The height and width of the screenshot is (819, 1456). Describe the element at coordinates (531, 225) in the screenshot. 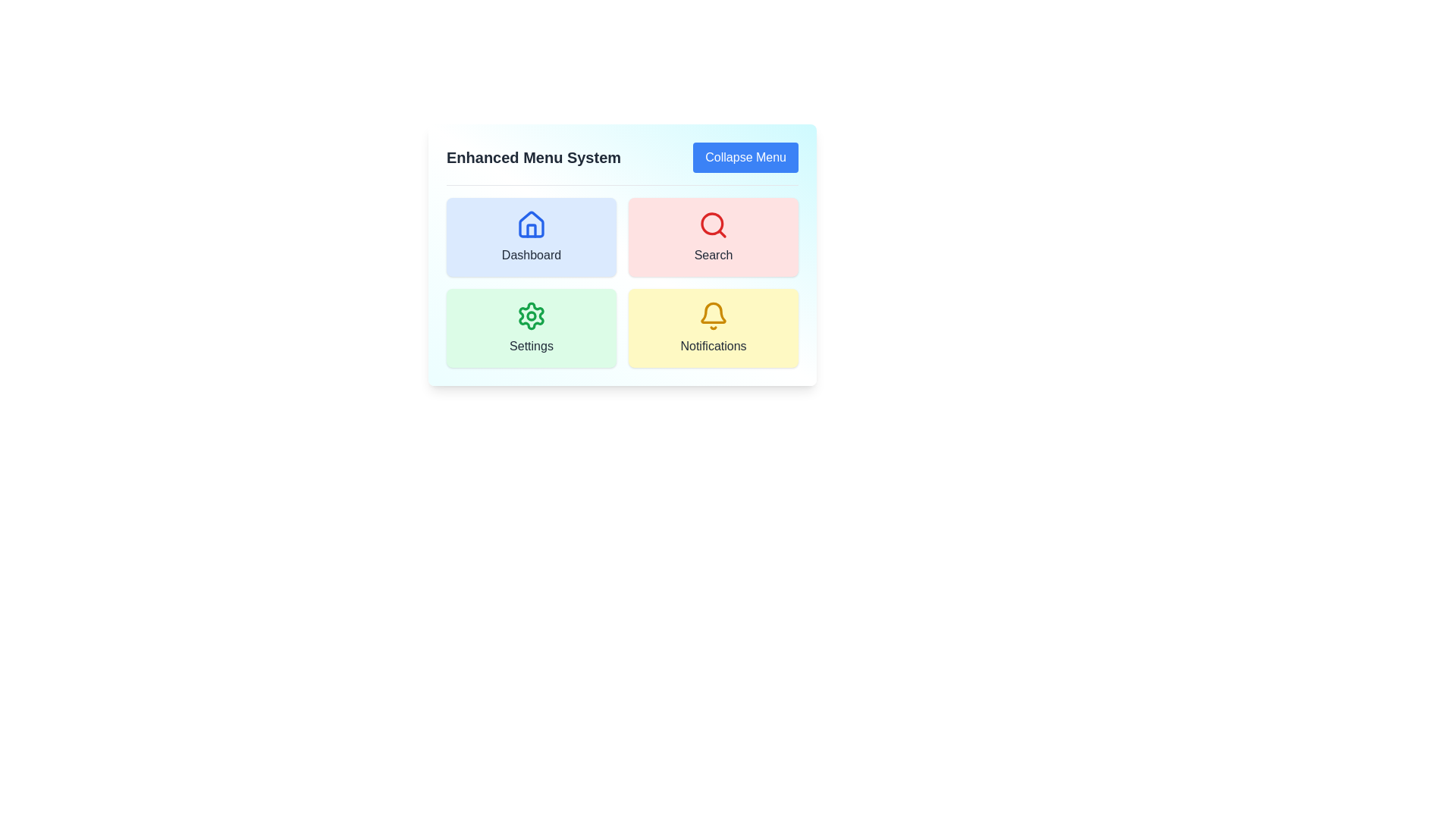

I see `the blue house-shaped icon located above the 'Dashboard' label` at that location.